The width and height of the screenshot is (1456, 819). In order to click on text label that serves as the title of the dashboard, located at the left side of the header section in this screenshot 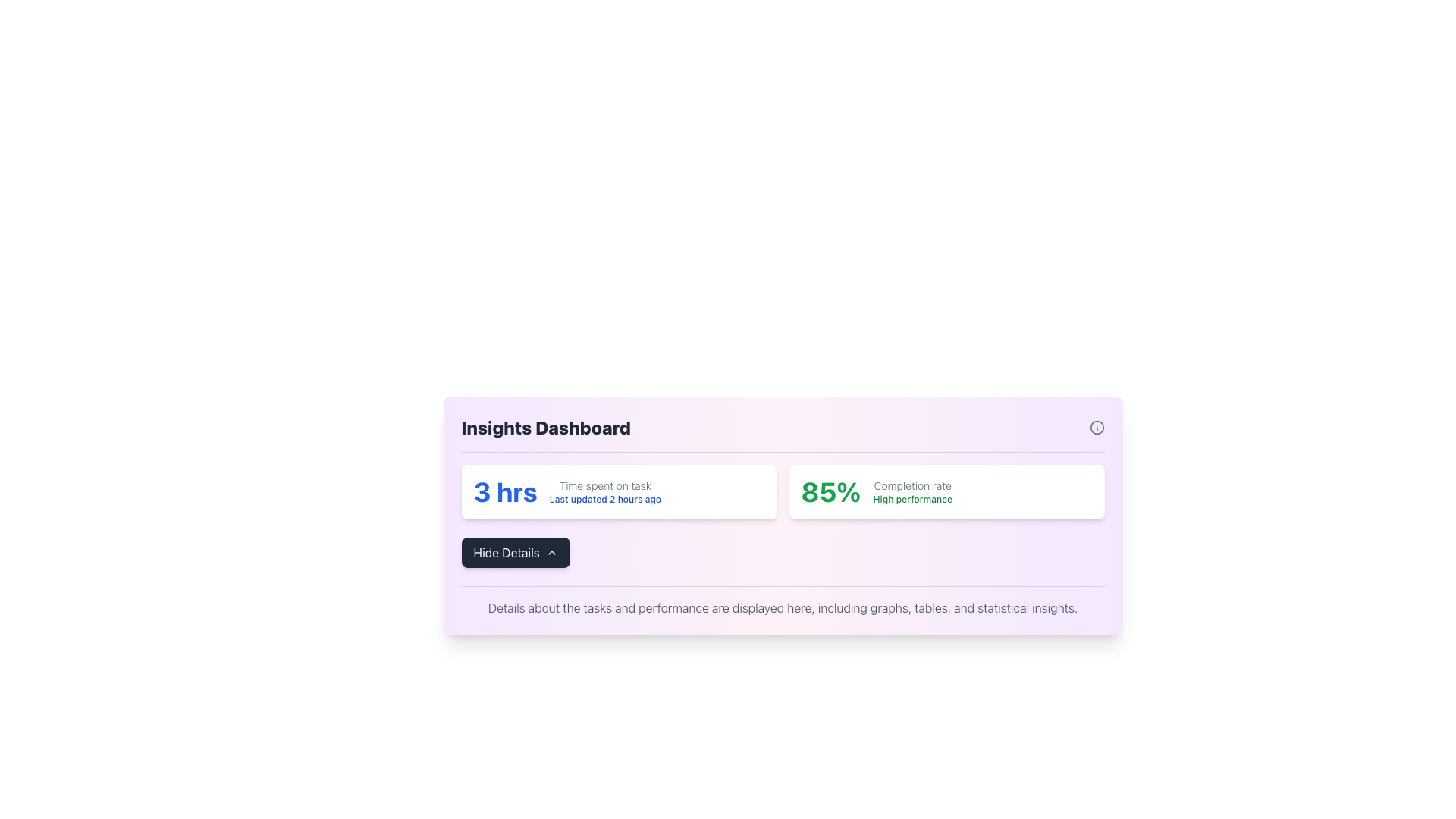, I will do `click(546, 427)`.